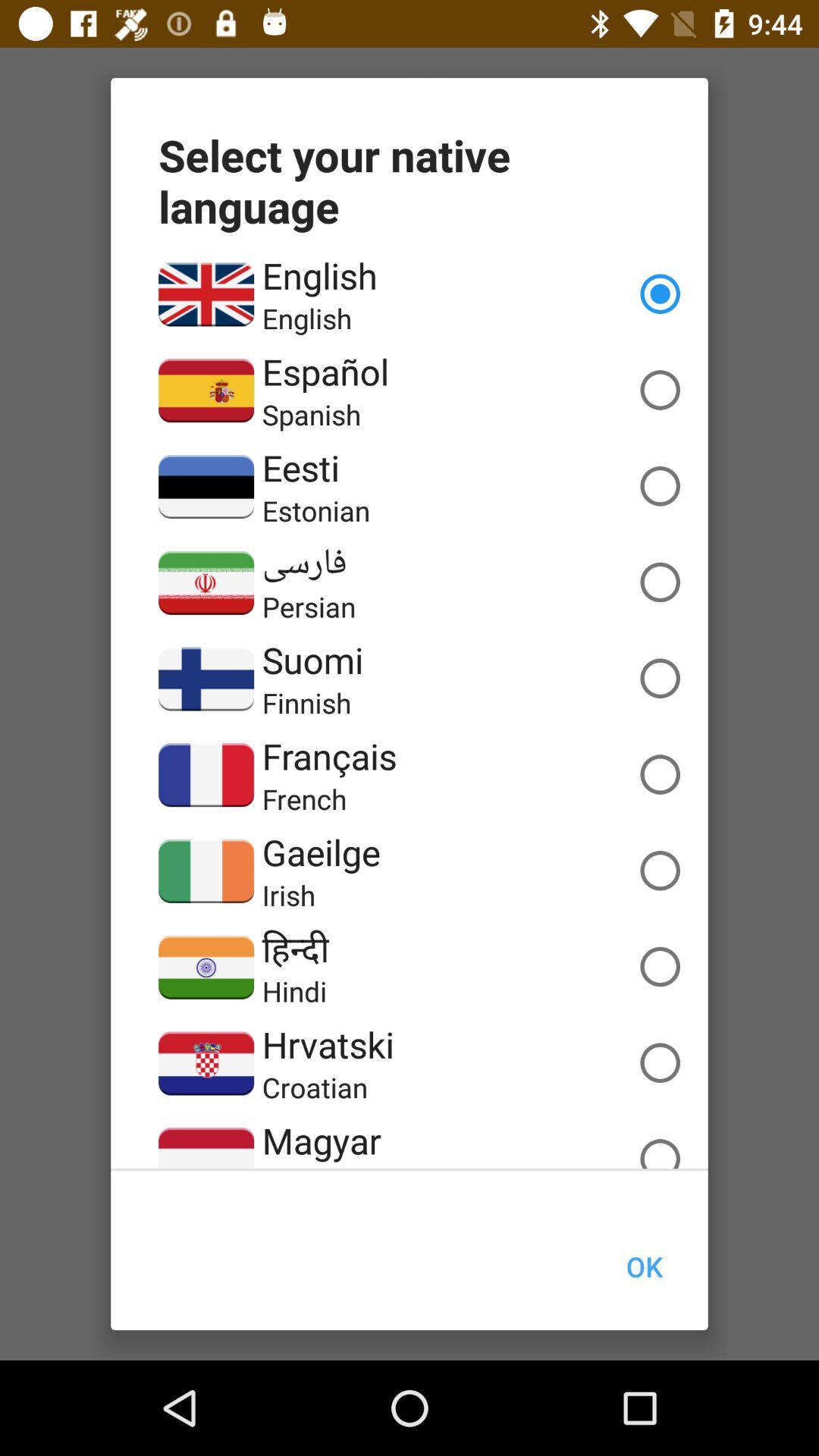  Describe the element at coordinates (300, 466) in the screenshot. I see `icon above the estonian` at that location.